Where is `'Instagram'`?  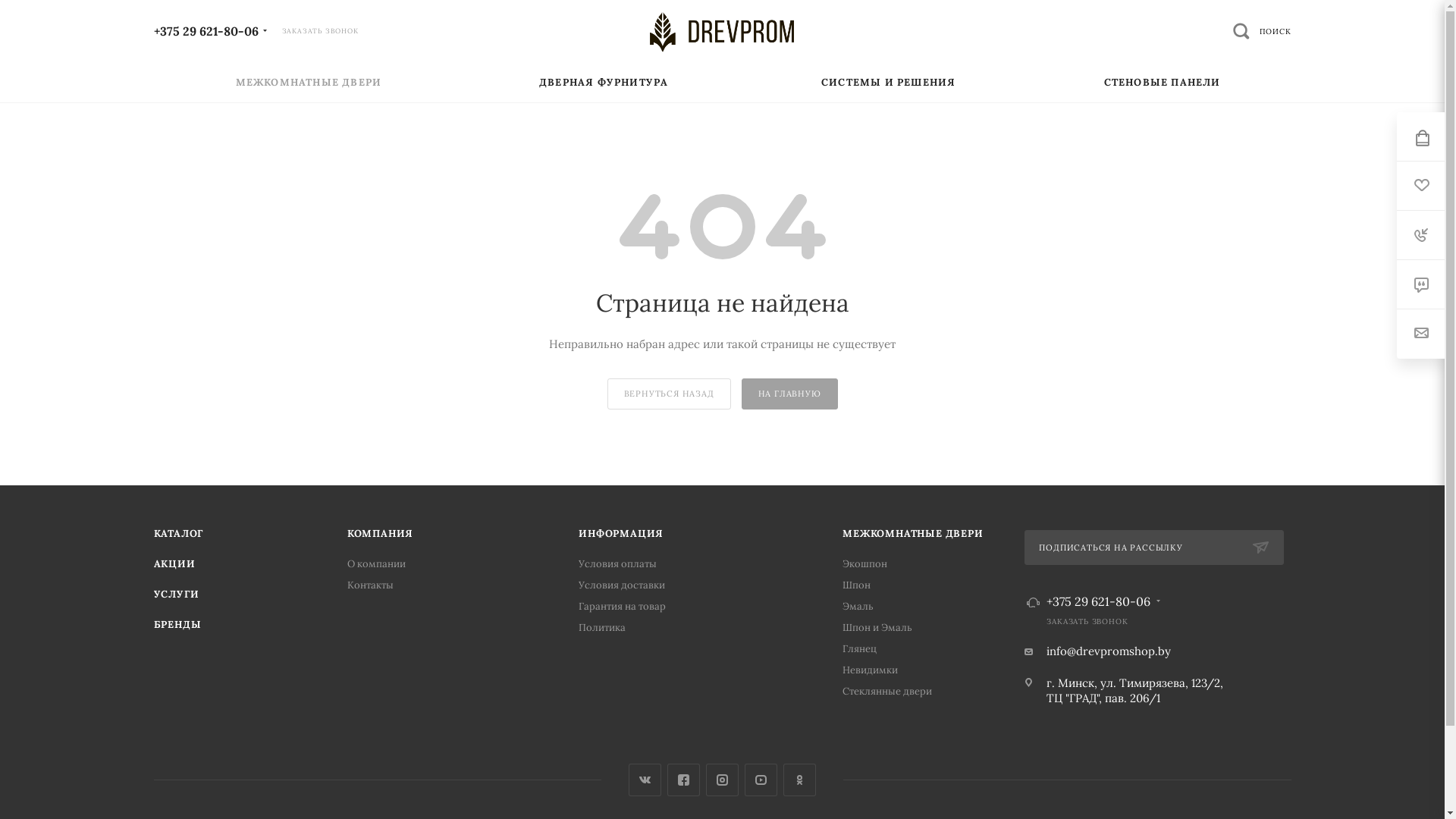
'Instagram' is located at coordinates (705, 780).